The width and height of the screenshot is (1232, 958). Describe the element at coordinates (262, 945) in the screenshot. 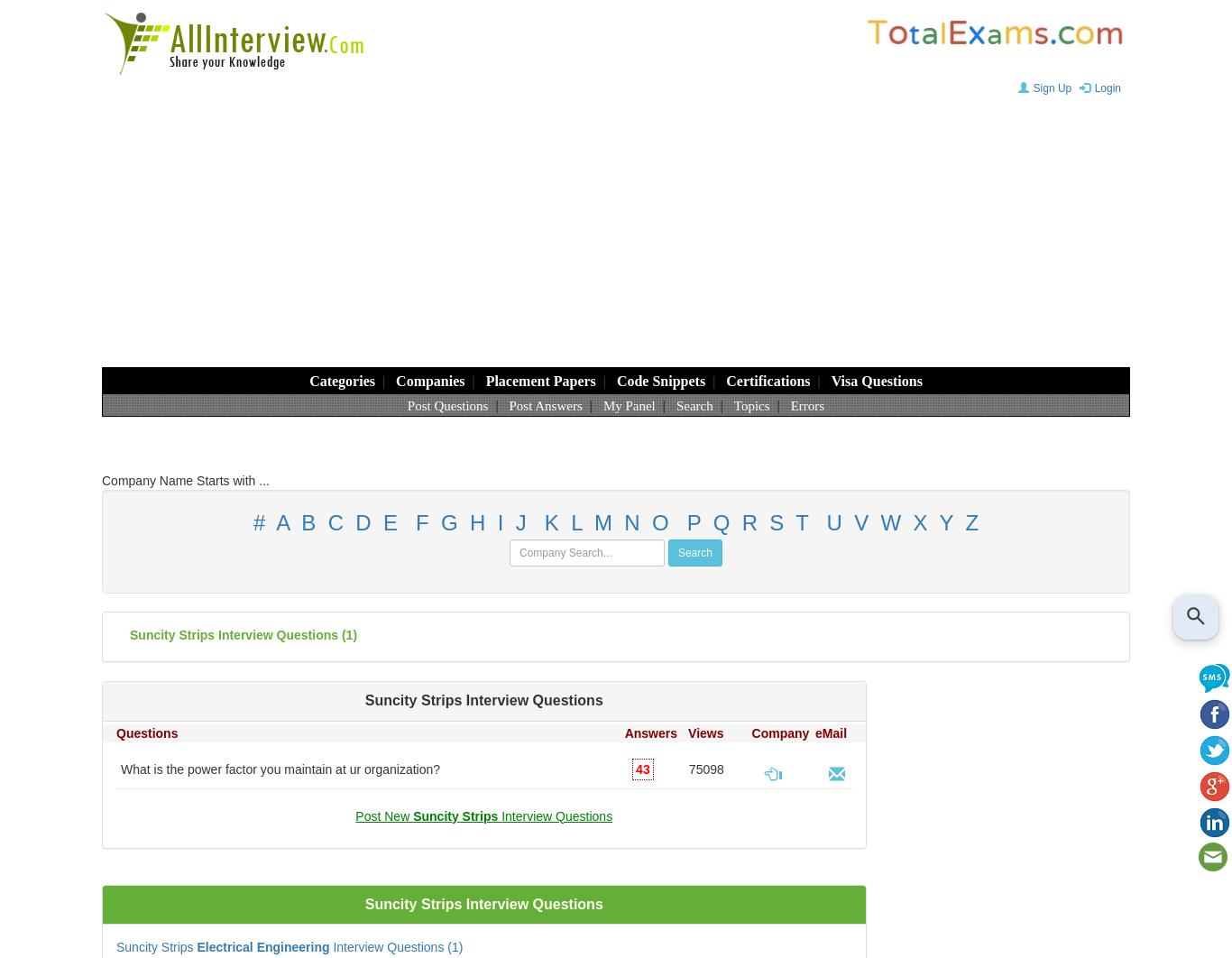

I see `'Electrical Engineering'` at that location.